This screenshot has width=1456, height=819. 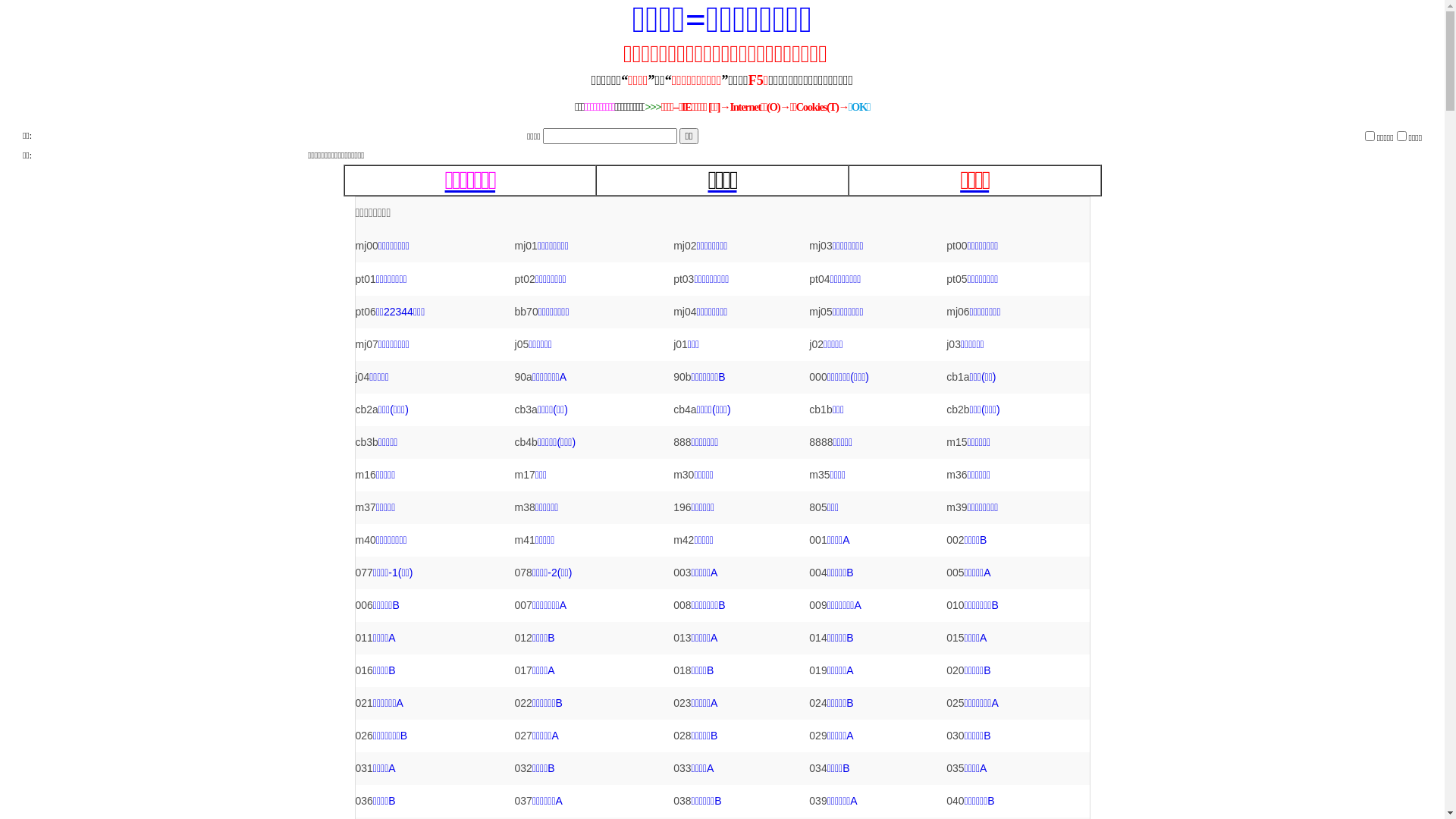 What do you see at coordinates (819, 245) in the screenshot?
I see `'mj03'` at bounding box center [819, 245].